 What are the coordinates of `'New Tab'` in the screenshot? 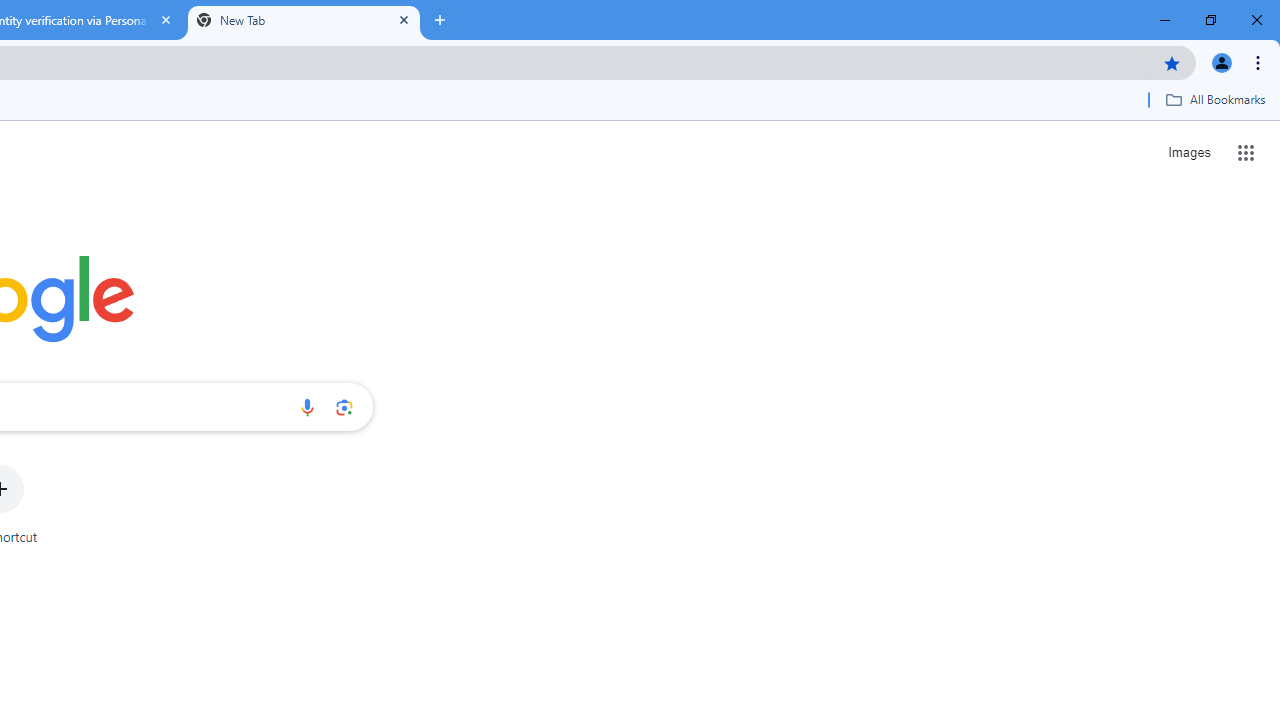 It's located at (303, 20).